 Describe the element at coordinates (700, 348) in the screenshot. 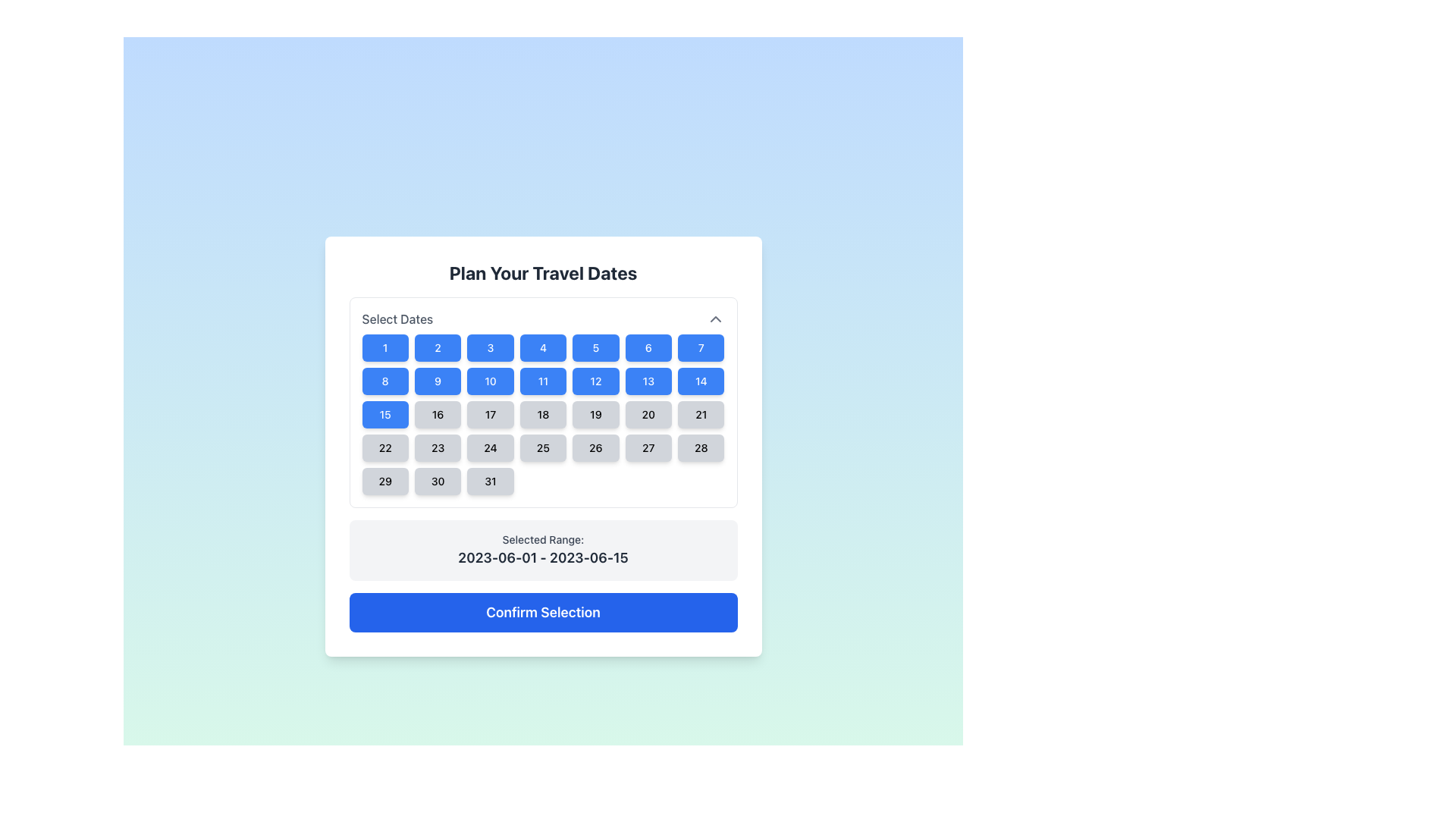

I see `the button representing the seventh day in the calendar grid` at that location.